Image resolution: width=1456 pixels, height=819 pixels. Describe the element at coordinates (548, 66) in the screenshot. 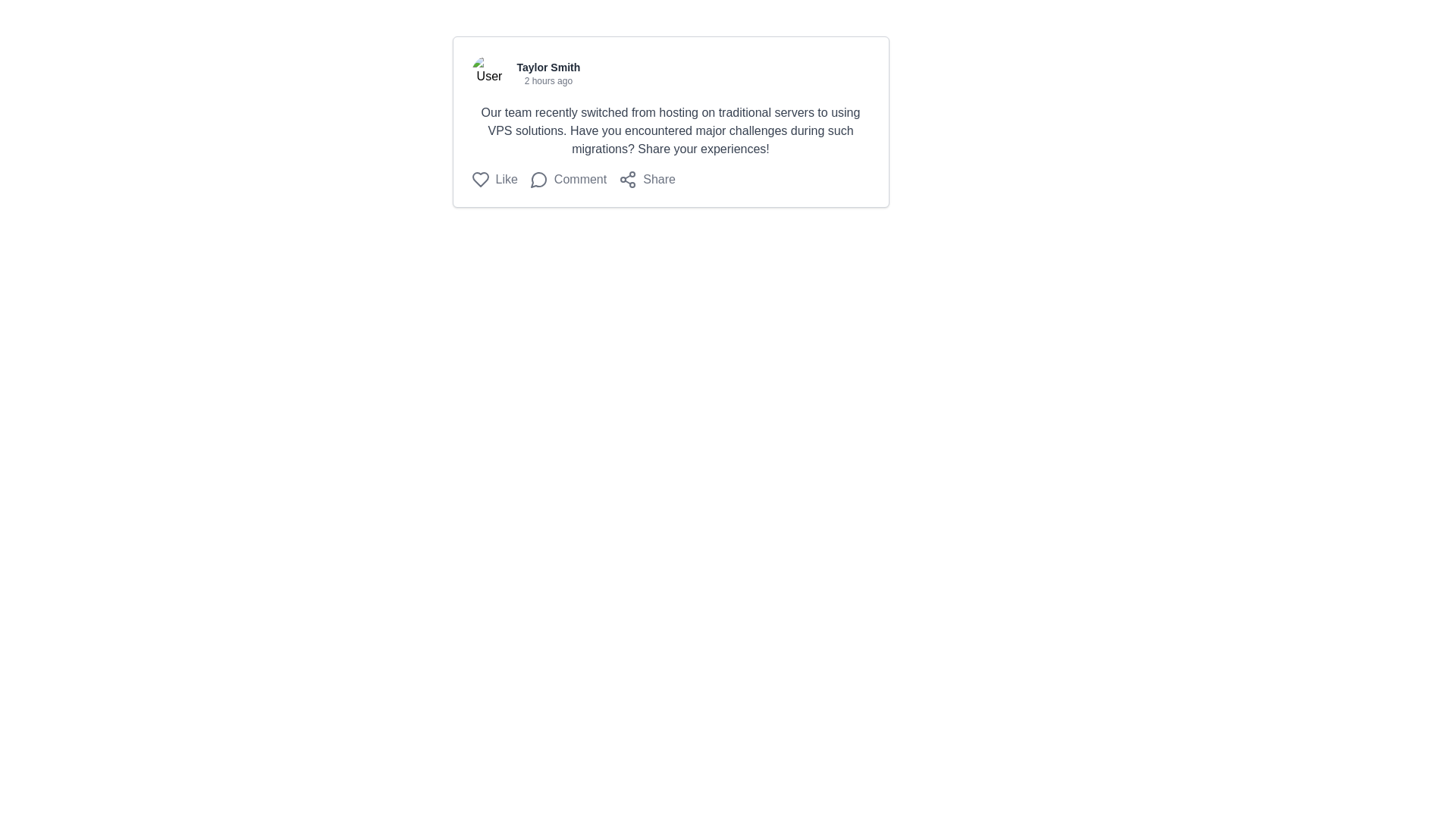

I see `the static text label reading 'Taylor Smith', which is a small, bold text snippet located in the upper-left corner of the content card` at that location.